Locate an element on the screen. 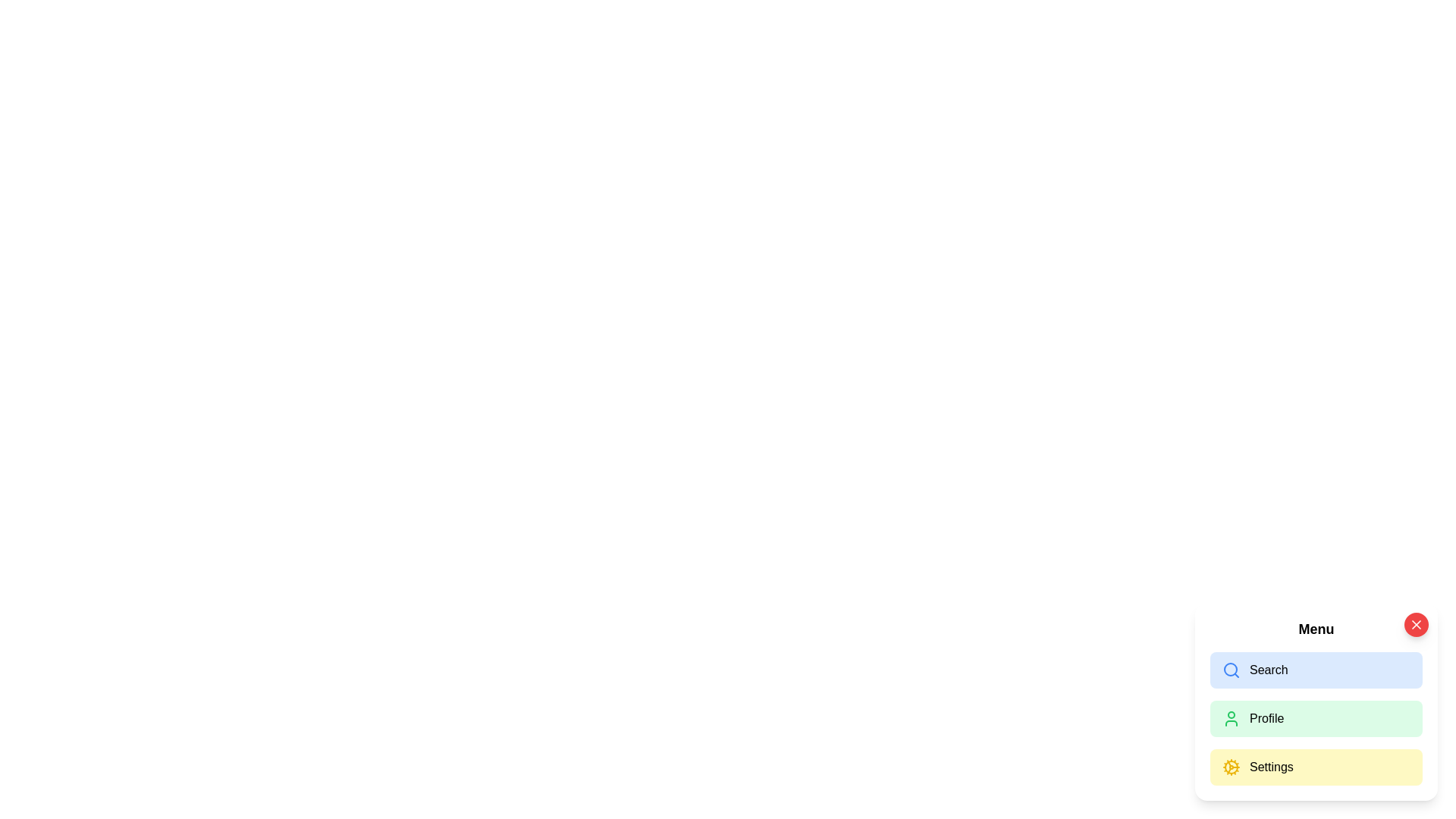 Image resolution: width=1456 pixels, height=819 pixels. the 'Profile' button, which is a rectangular button with a light green background and an icon of a user next to the text 'Profile' is located at coordinates (1316, 701).